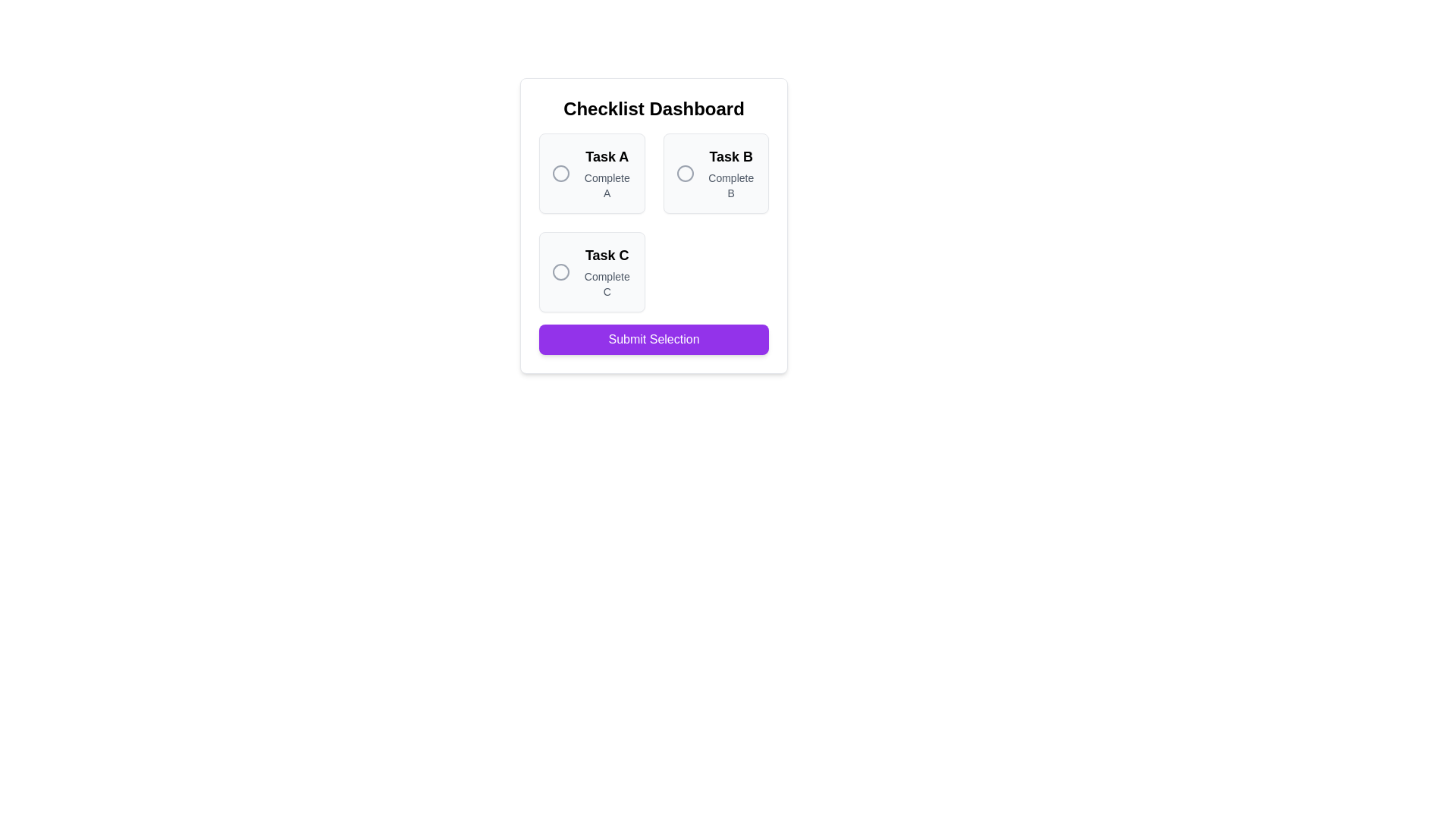  Describe the element at coordinates (560, 172) in the screenshot. I see `the circular status indicator` at that location.